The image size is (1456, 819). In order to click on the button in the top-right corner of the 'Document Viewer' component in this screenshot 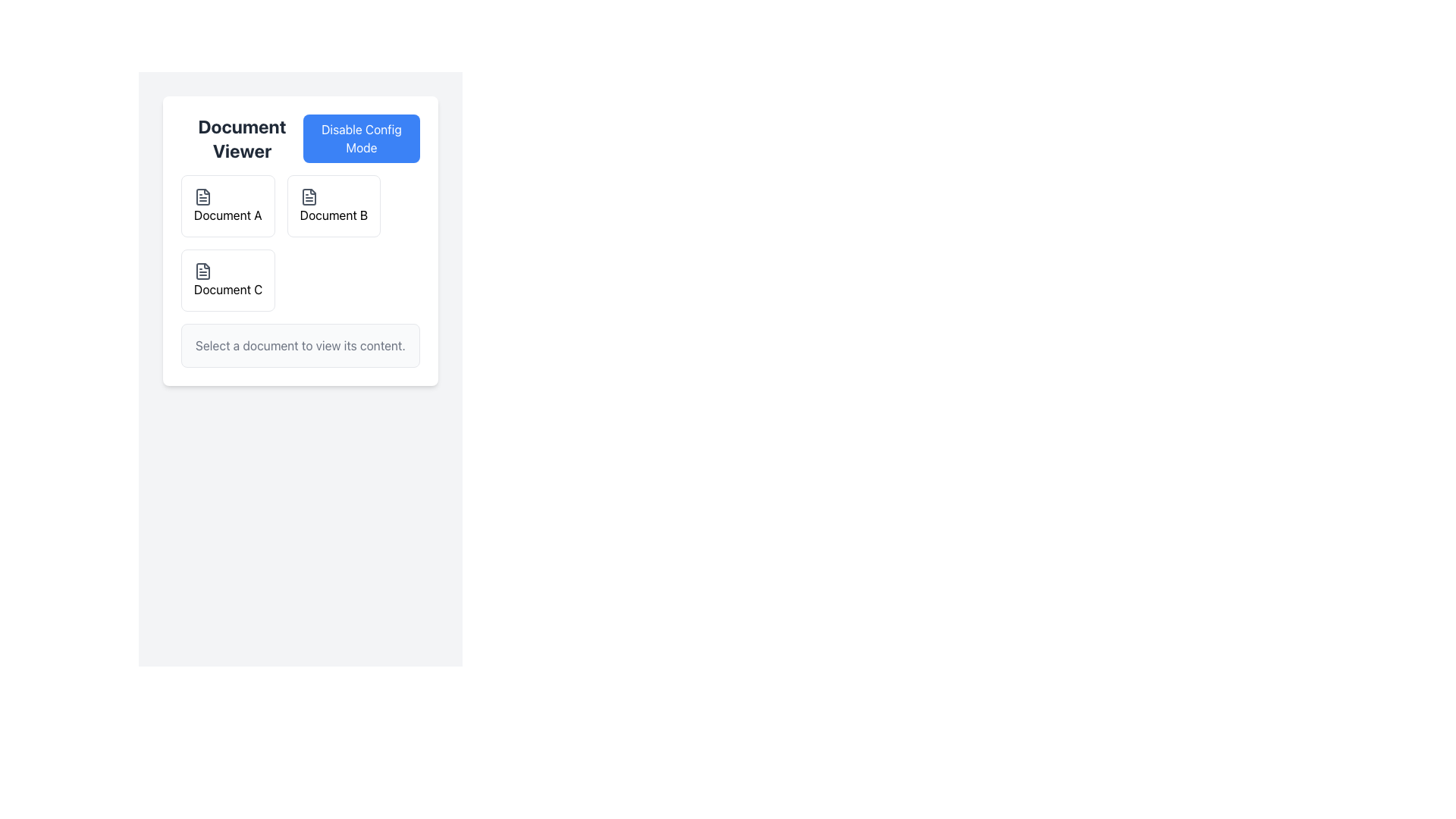, I will do `click(360, 138)`.